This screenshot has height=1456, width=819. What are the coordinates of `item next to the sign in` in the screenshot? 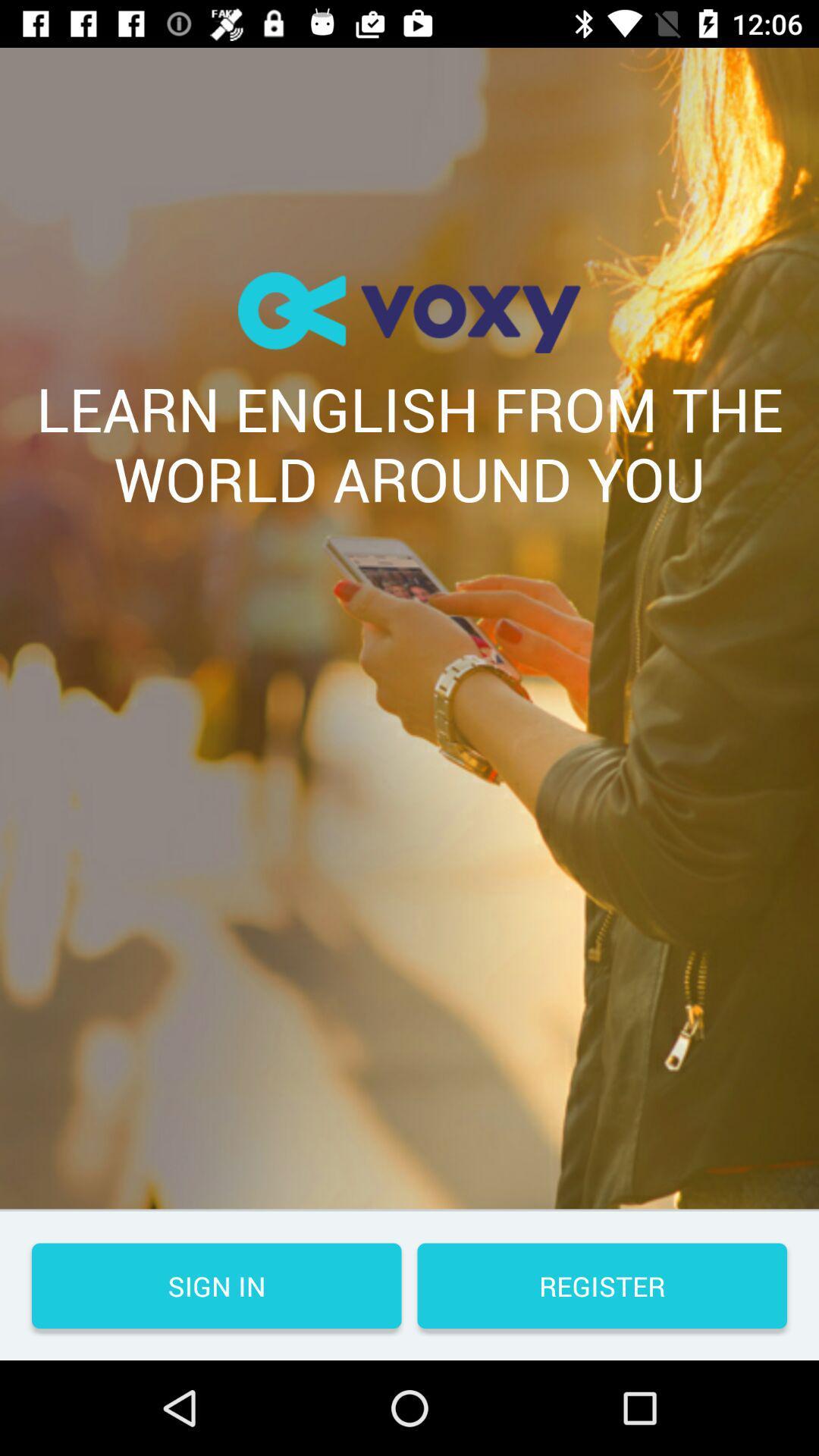 It's located at (601, 1285).